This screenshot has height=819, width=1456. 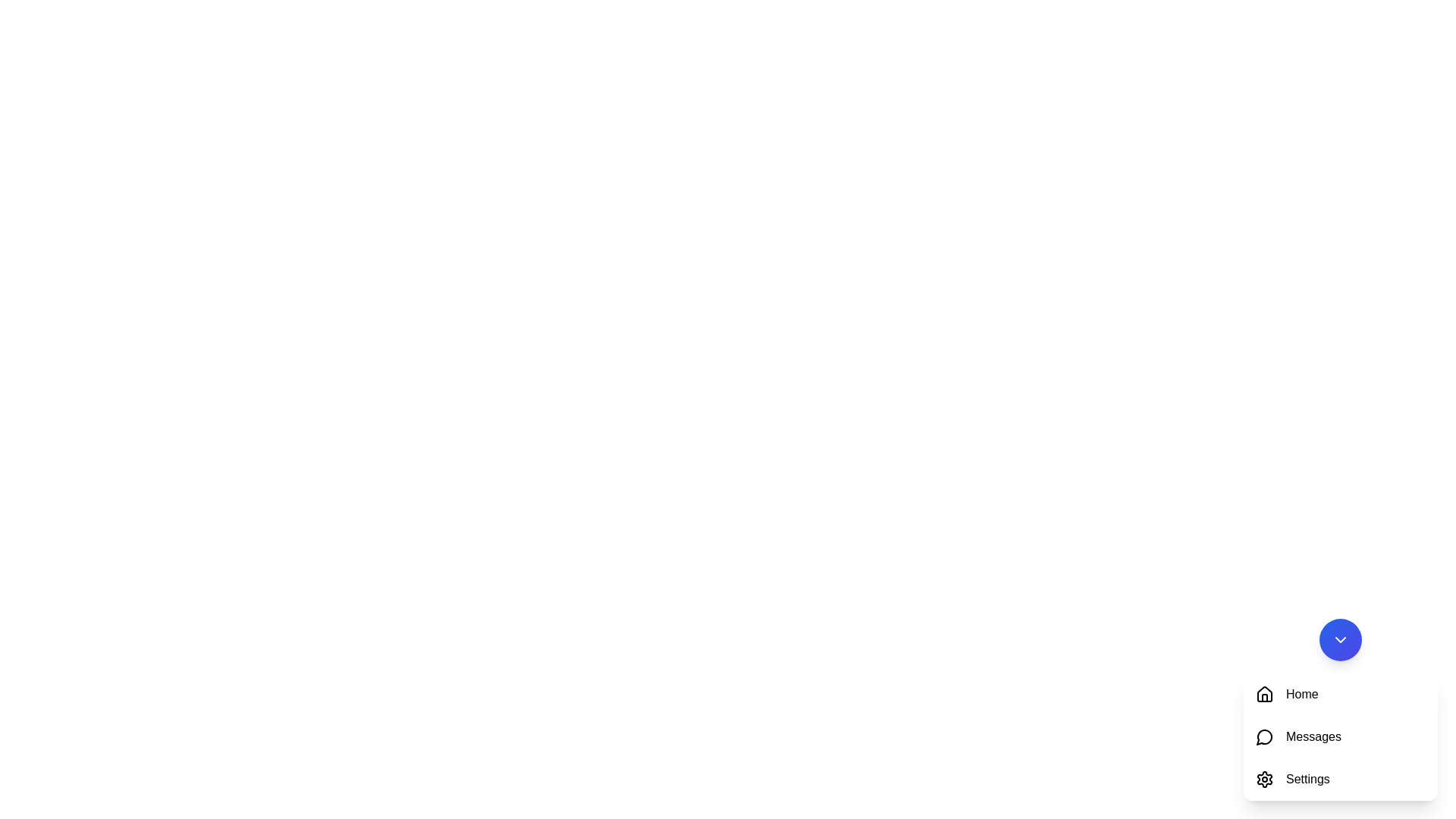 What do you see at coordinates (1340, 736) in the screenshot?
I see `the second button in the vertical navigation menu` at bounding box center [1340, 736].